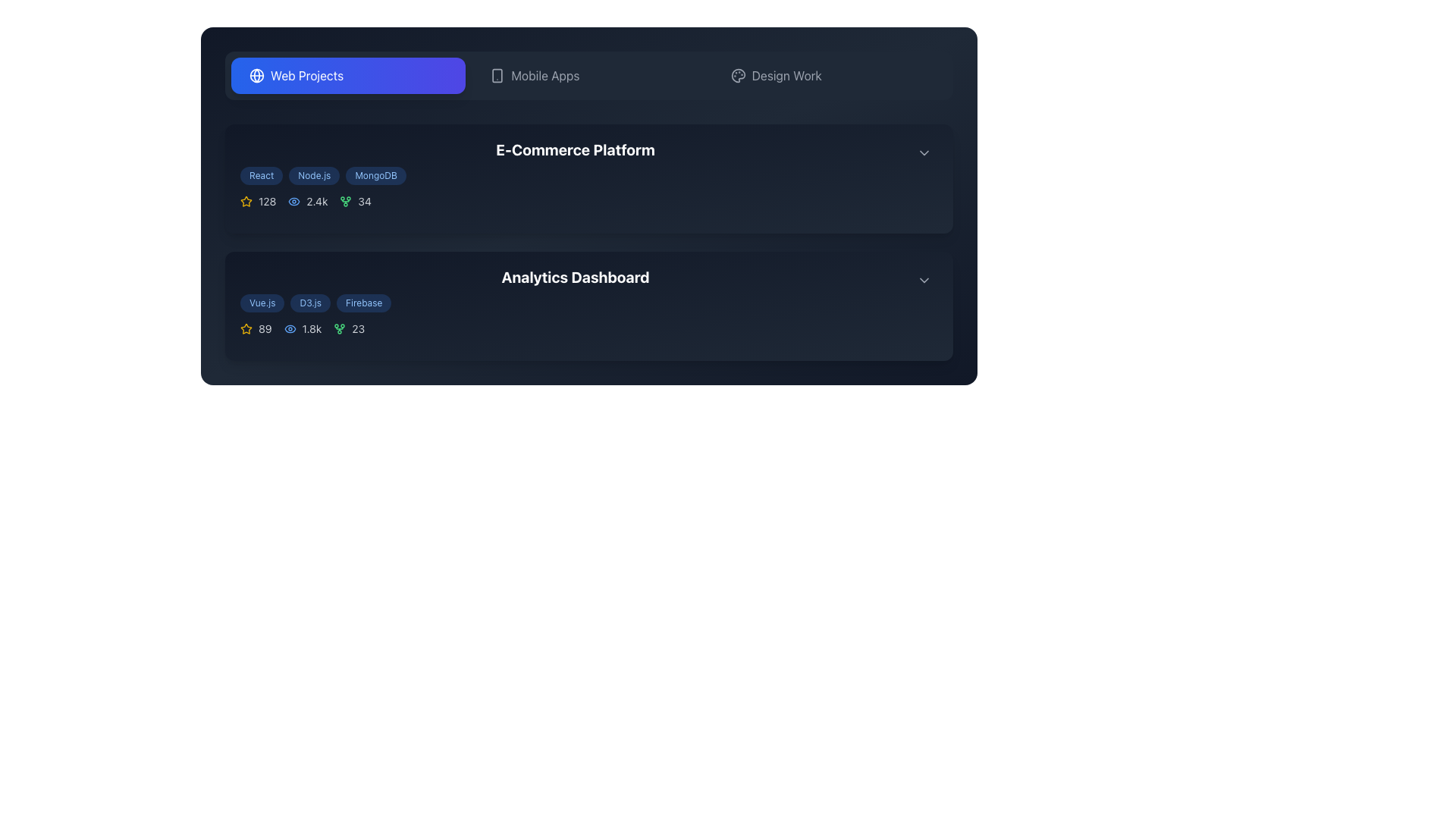  What do you see at coordinates (345, 201) in the screenshot?
I see `the git fork icon located to the right of the numeric label '34', which indicates the number of forks associated with a project` at bounding box center [345, 201].